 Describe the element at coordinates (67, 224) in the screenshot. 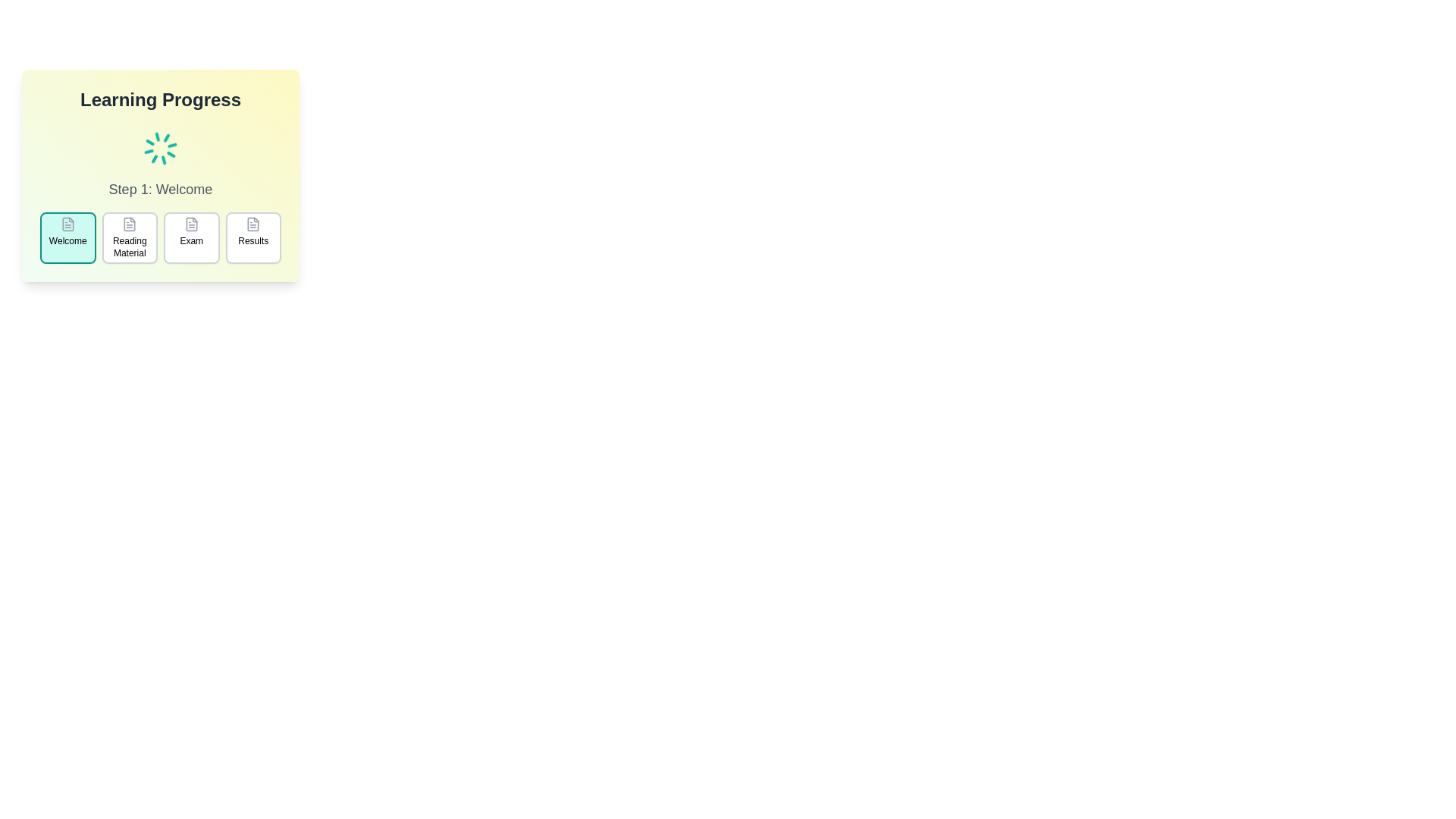

I see `the visual cue of the document icon located within the 'Welcome' button, which features a gray file-like design with a folded corner` at that location.